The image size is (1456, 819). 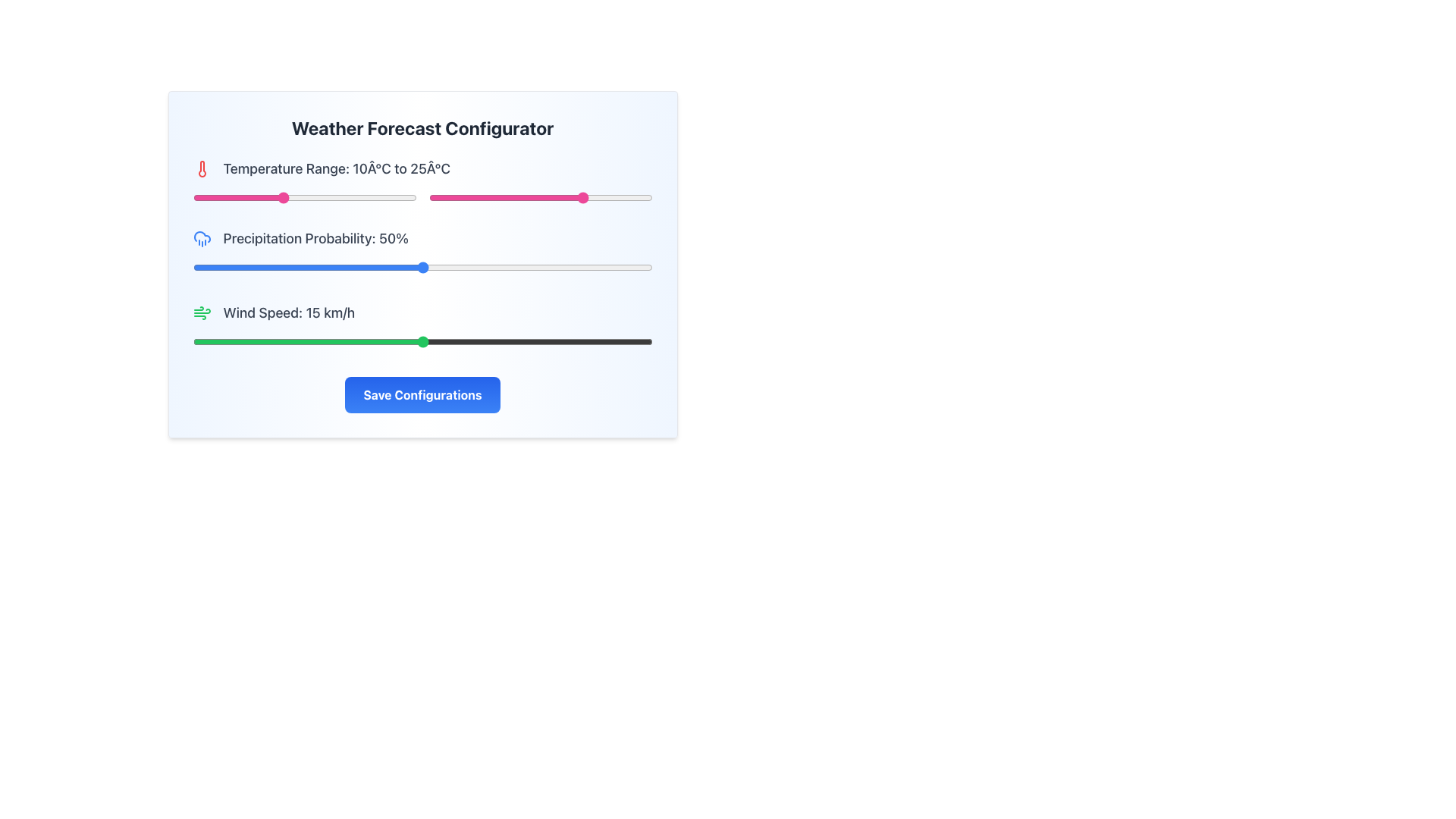 I want to click on the dual-range slider located below the label 'Temperature Range: 10°C to 25°C', so click(x=422, y=197).